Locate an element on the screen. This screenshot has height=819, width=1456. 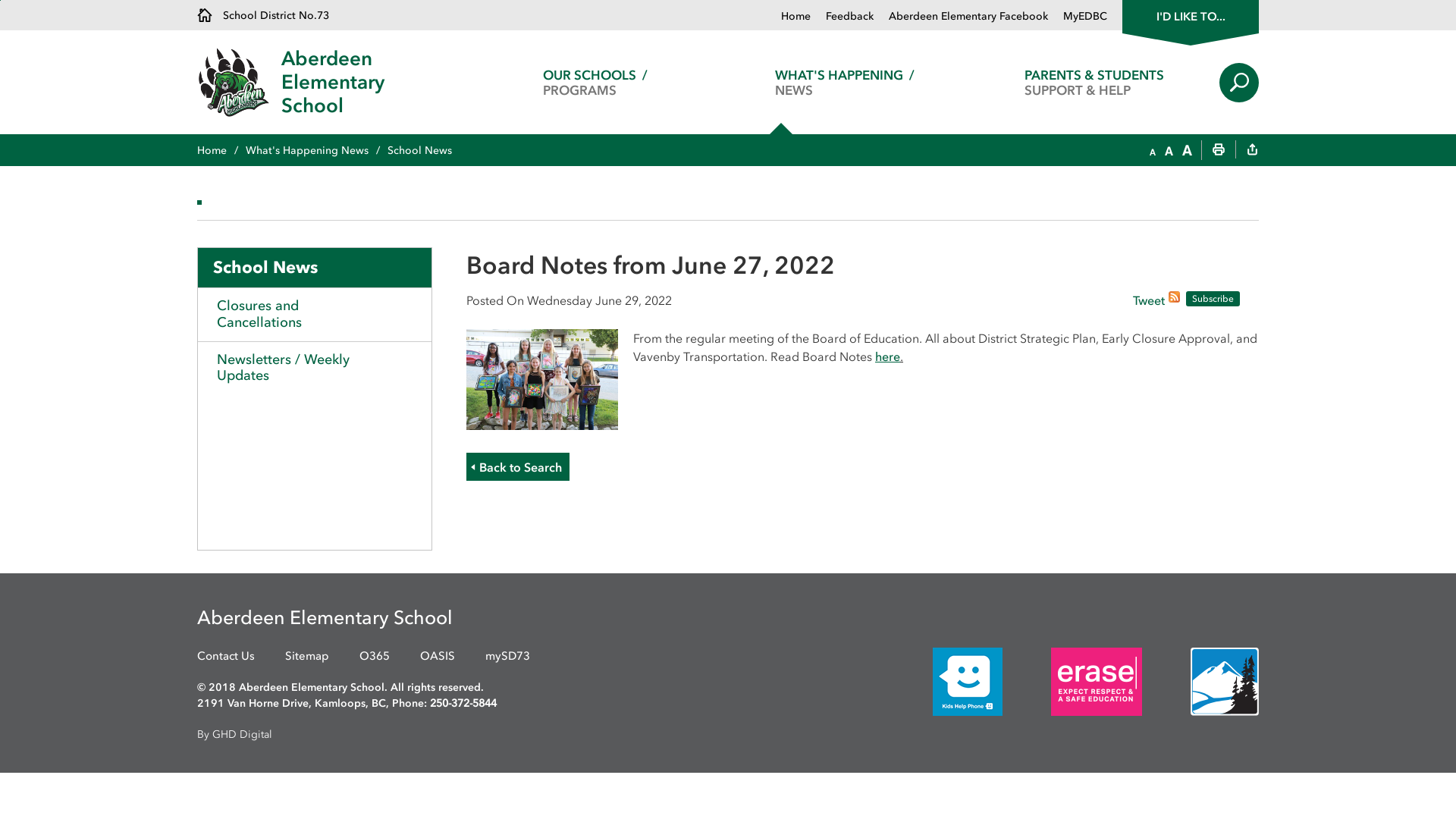
'Subscribe' is located at coordinates (1212, 298).